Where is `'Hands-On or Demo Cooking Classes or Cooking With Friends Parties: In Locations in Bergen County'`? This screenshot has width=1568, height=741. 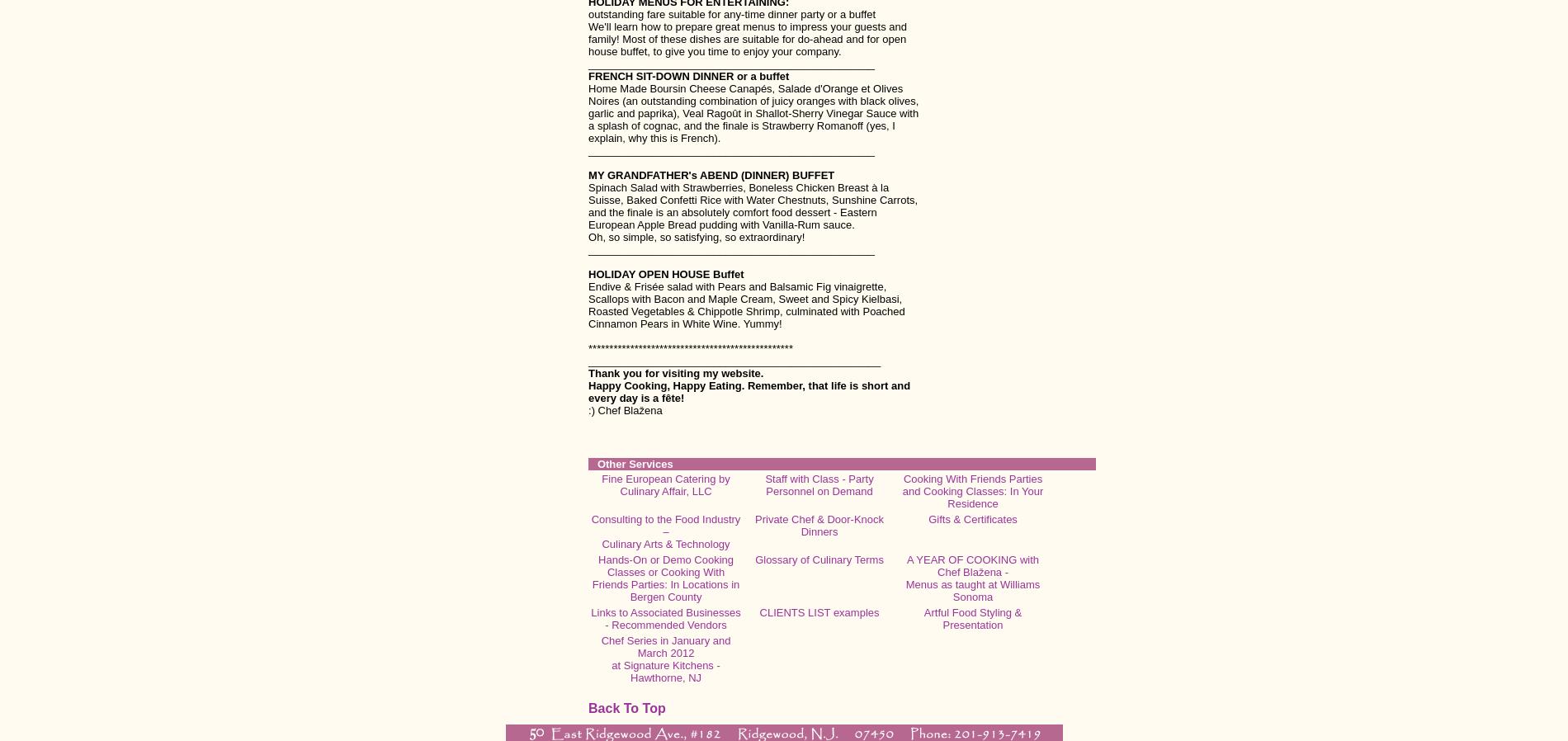
'Hands-On or Demo Cooking Classes or Cooking With Friends Parties: In Locations in Bergen County' is located at coordinates (664, 578).